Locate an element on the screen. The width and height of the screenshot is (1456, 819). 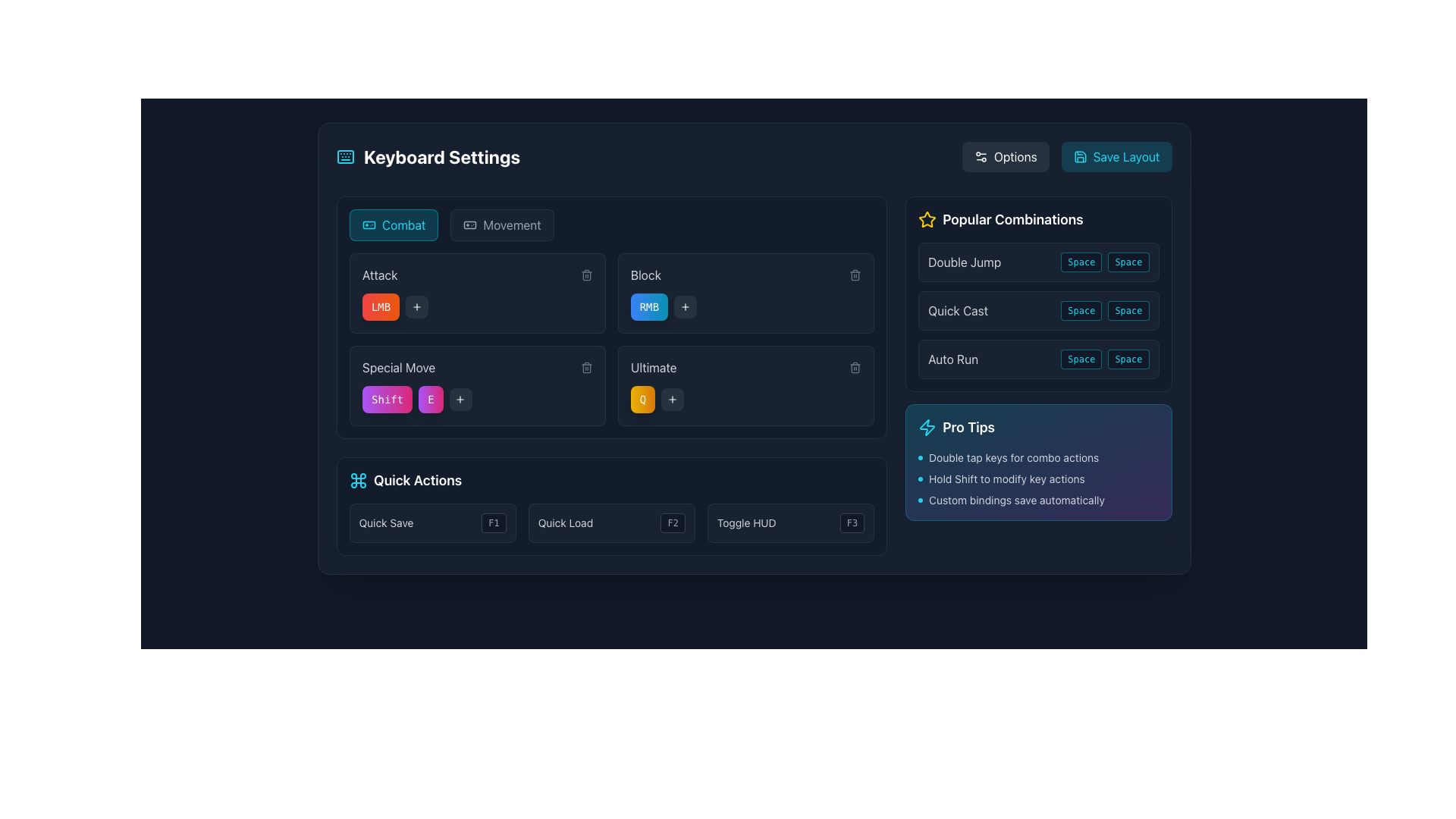
the static label displaying 'Quick Cast' in light gray color, located in the right panel under the 'Popular Combinations' section is located at coordinates (957, 309).